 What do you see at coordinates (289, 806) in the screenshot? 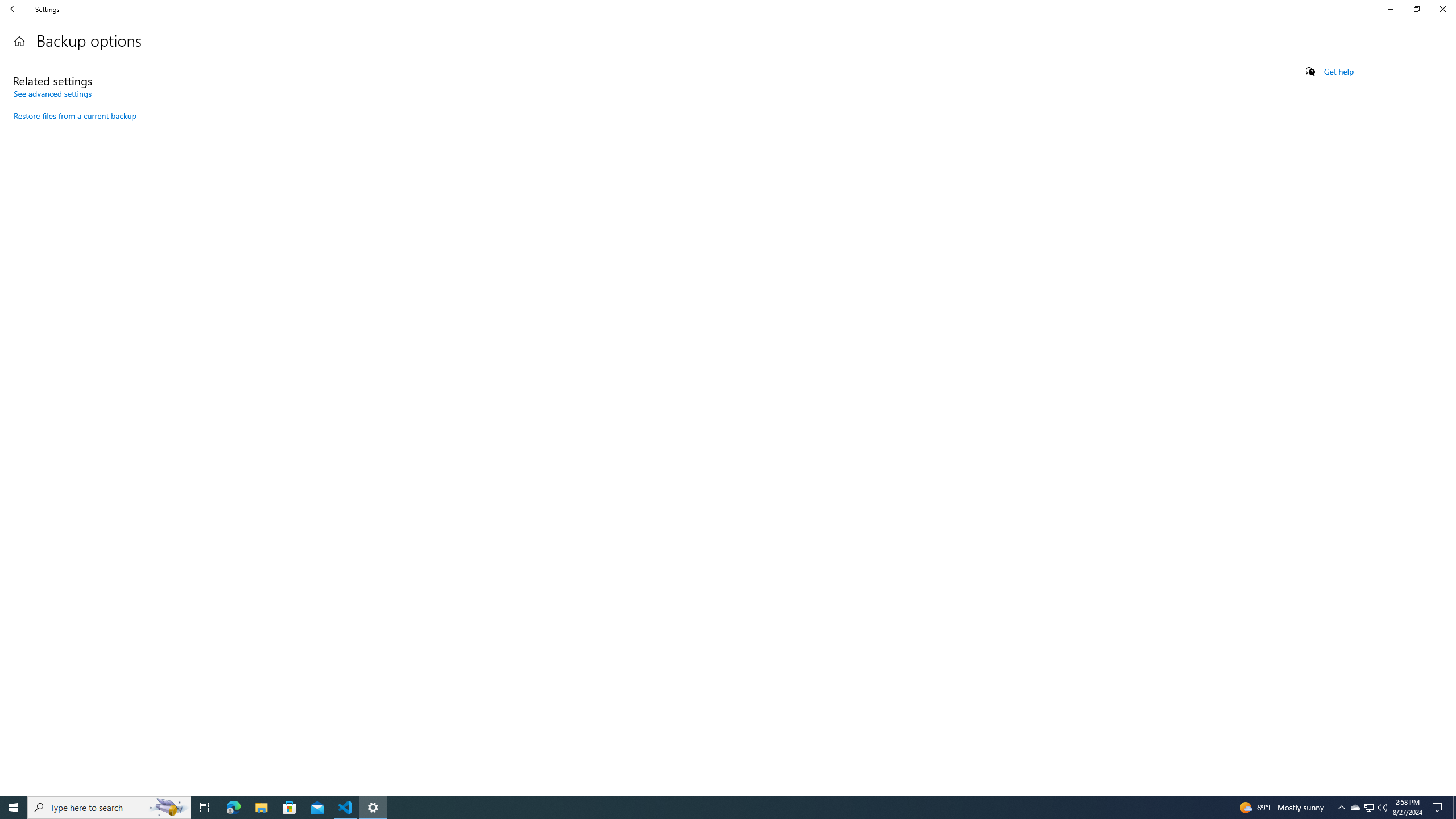
I see `'Microsoft Store'` at bounding box center [289, 806].